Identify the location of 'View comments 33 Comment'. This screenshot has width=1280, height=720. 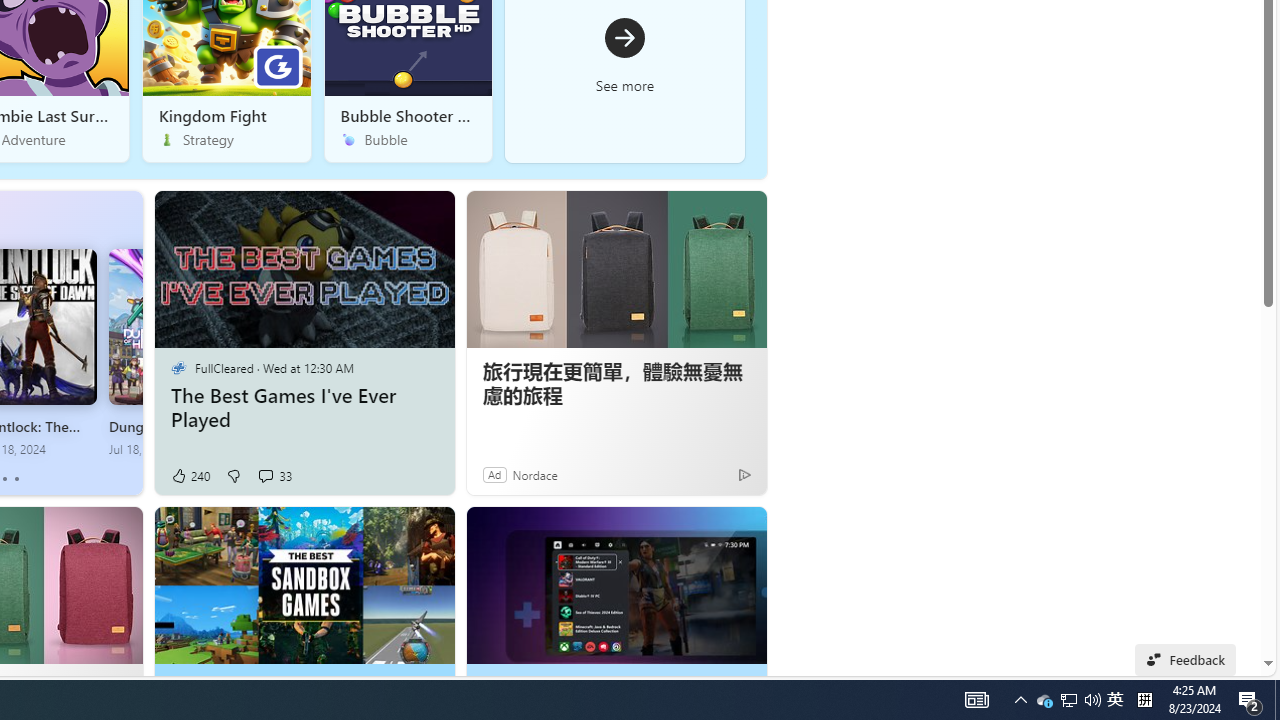
(264, 475).